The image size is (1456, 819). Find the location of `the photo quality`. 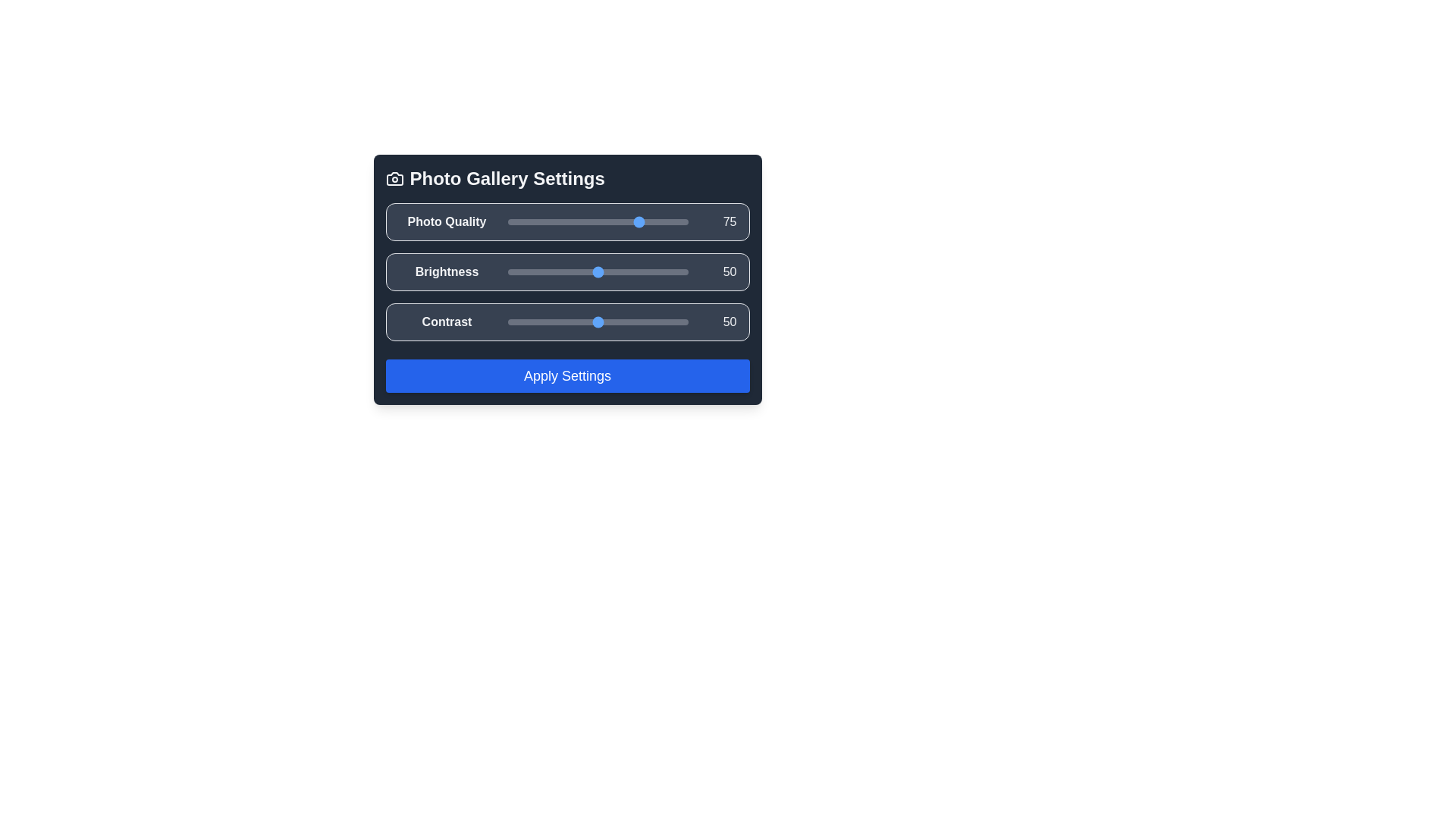

the photo quality is located at coordinates (536, 222).